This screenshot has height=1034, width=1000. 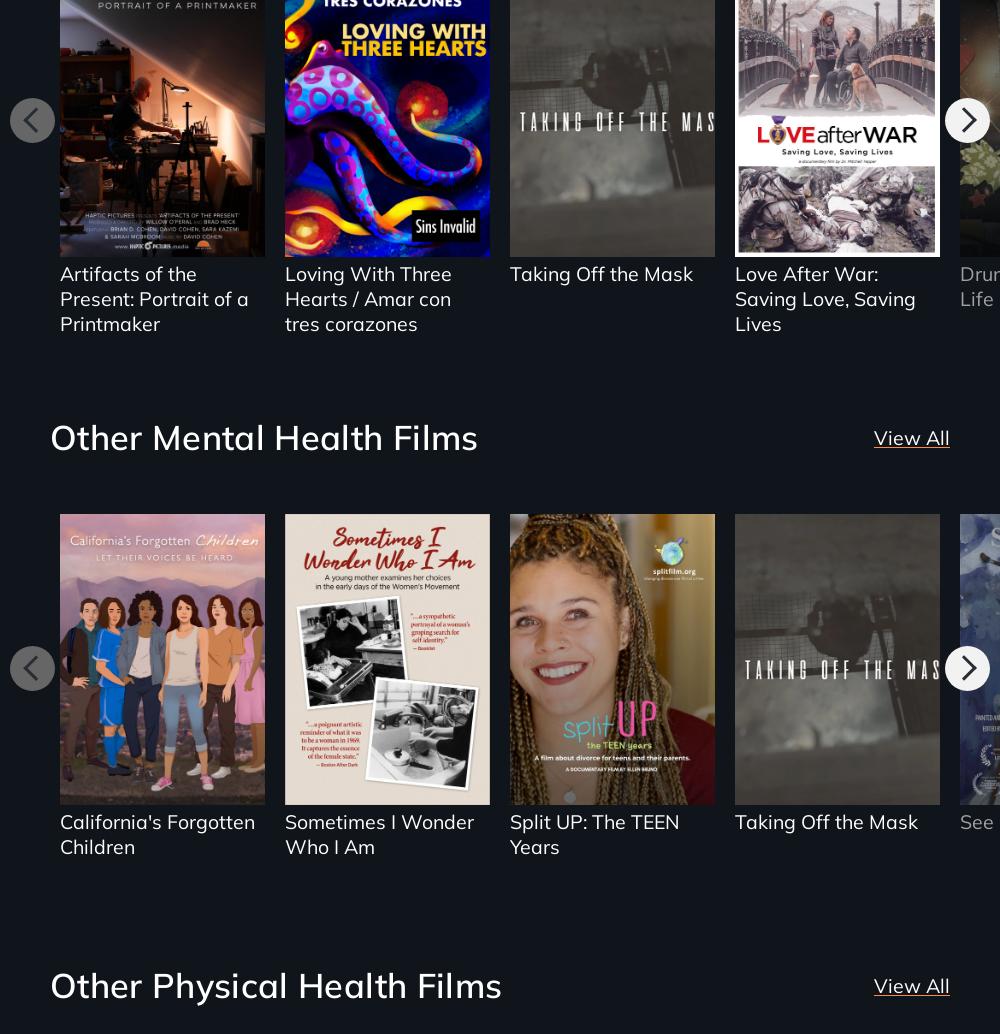 What do you see at coordinates (366, 297) in the screenshot?
I see `'Loving With Three Hearts / Amar con tres corazones'` at bounding box center [366, 297].